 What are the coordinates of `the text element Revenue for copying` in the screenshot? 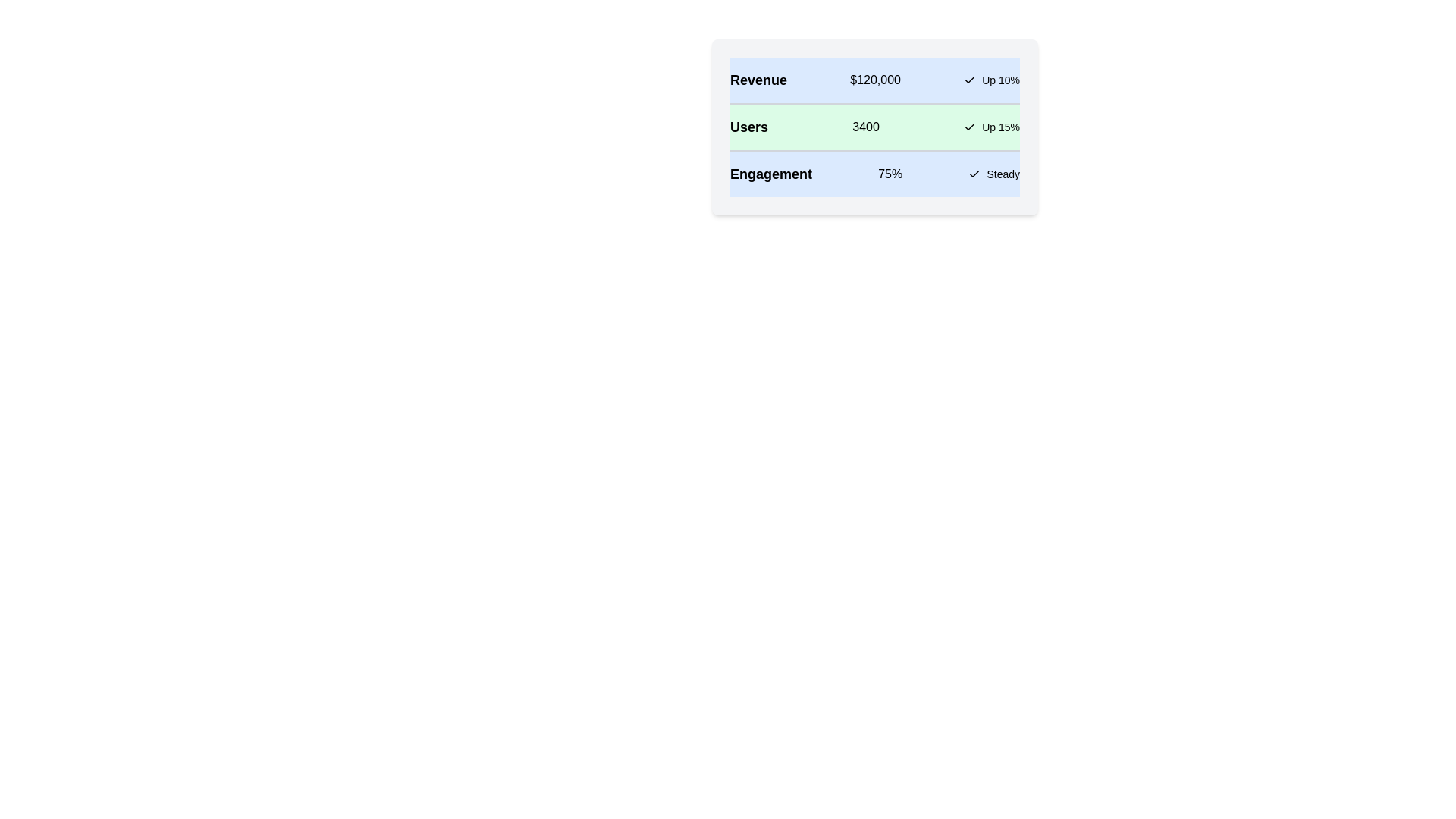 It's located at (758, 80).